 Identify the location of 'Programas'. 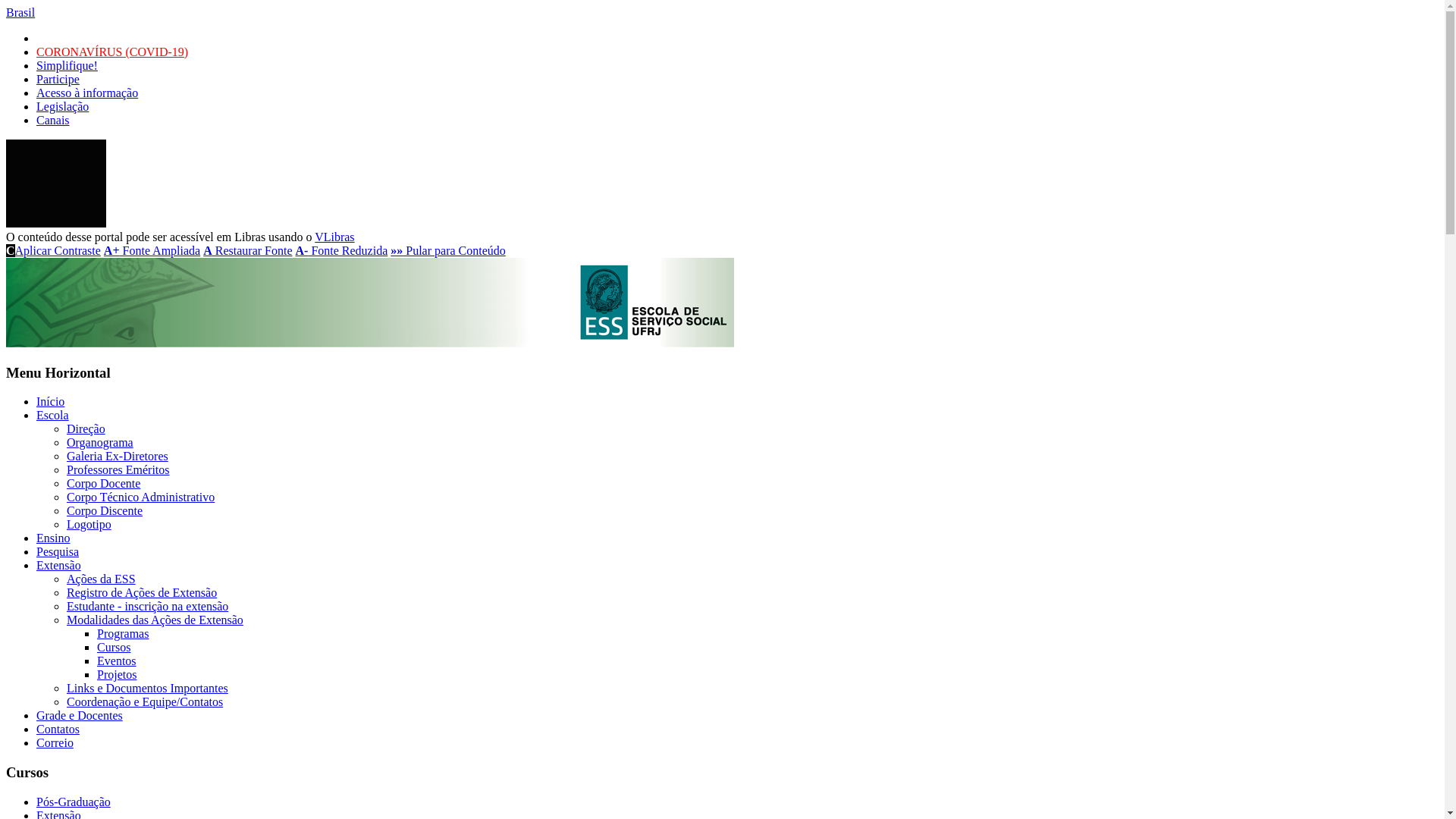
(123, 633).